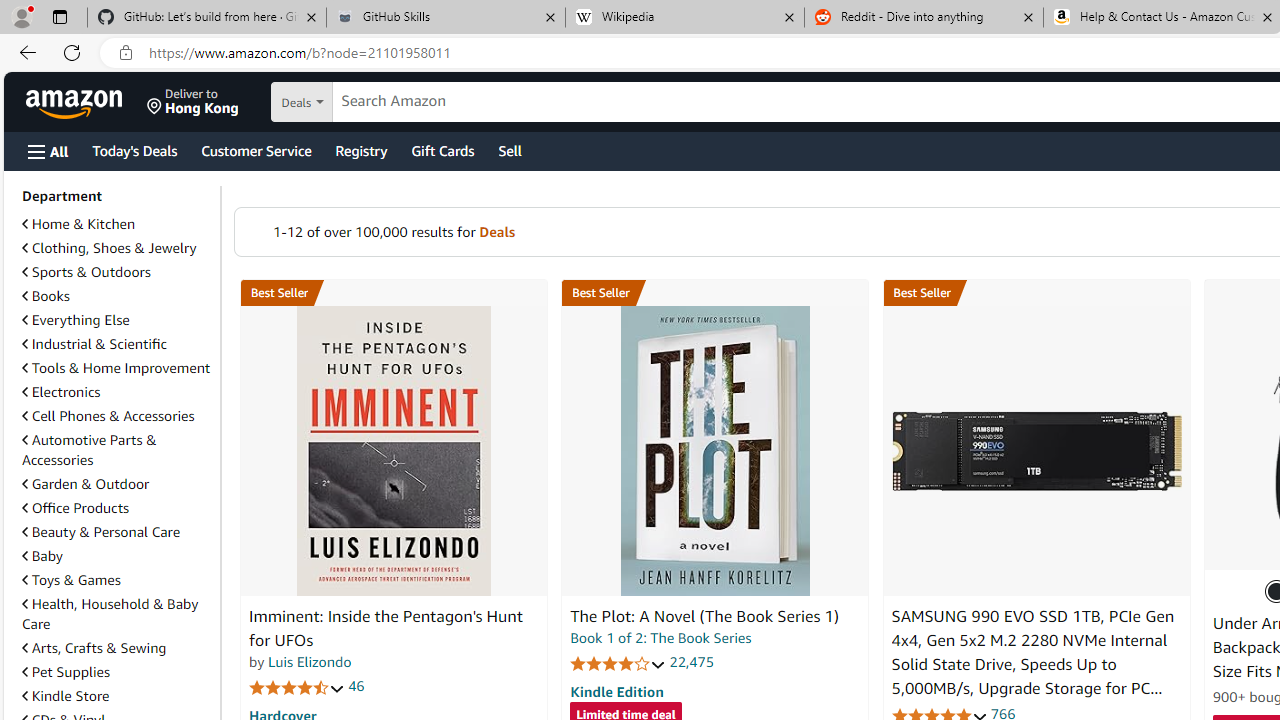  I want to click on 'Sell', so click(510, 149).